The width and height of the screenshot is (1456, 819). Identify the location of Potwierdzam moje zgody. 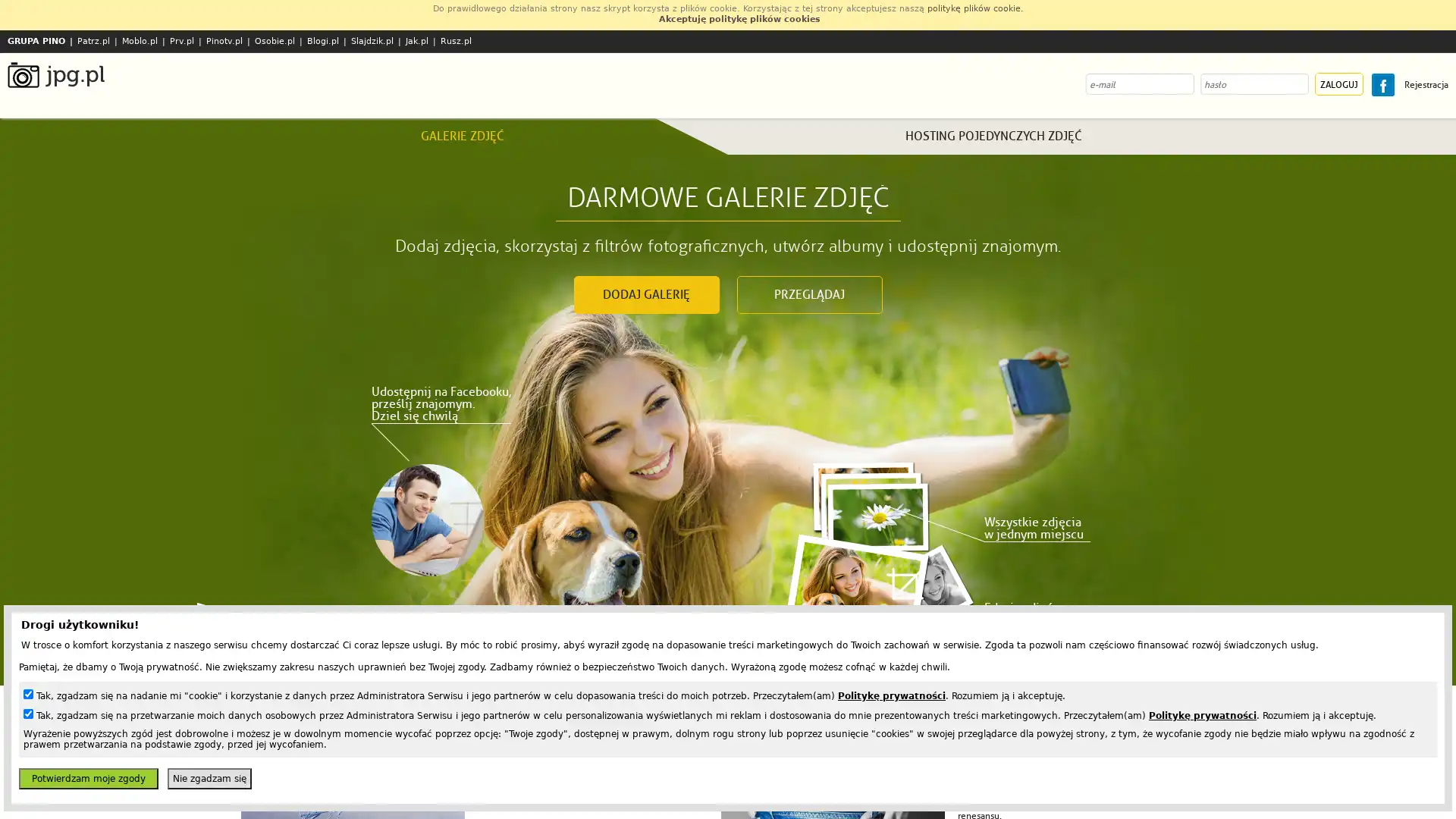
(87, 778).